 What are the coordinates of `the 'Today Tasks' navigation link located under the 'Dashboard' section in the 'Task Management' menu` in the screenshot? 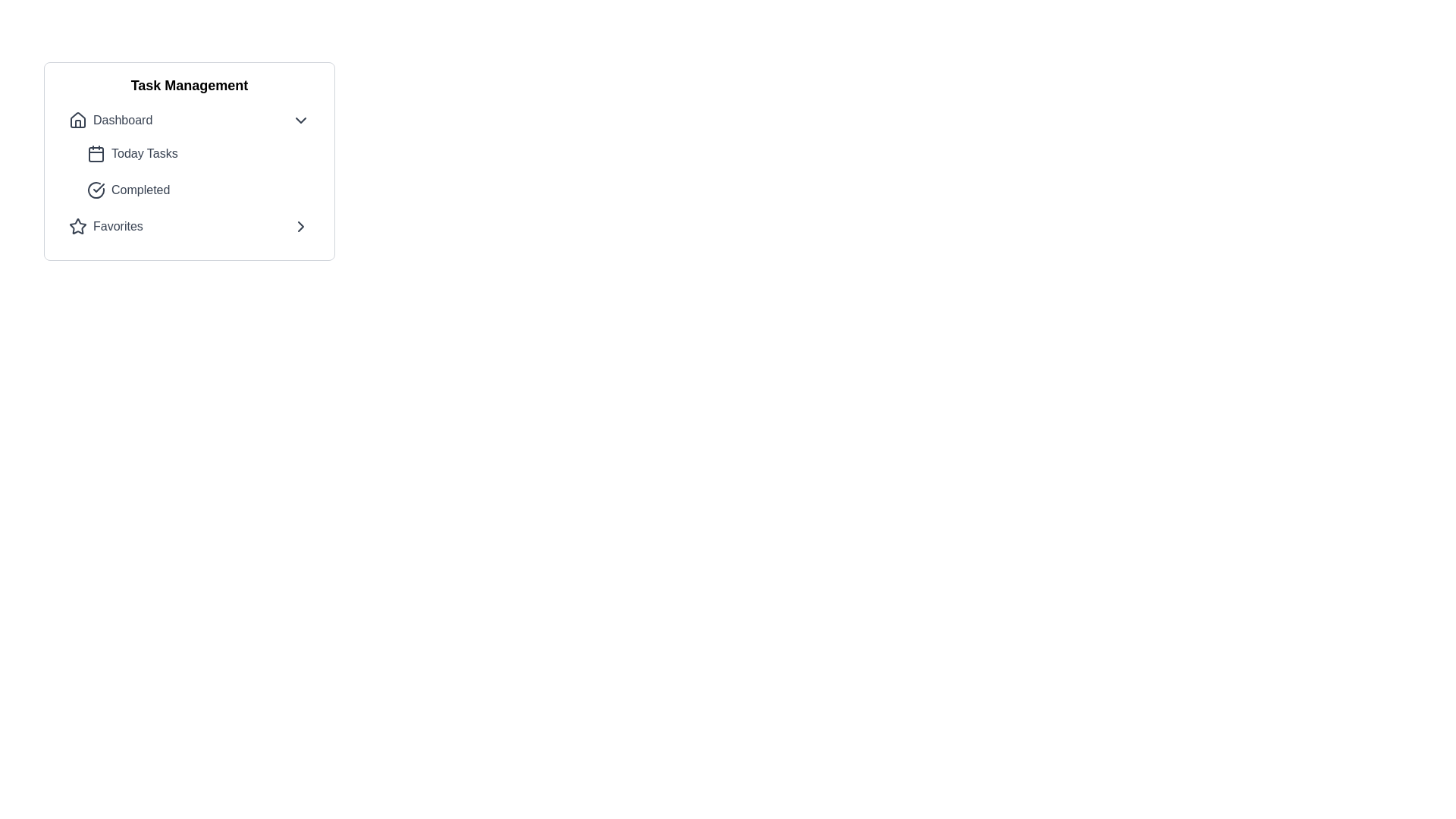 It's located at (198, 171).